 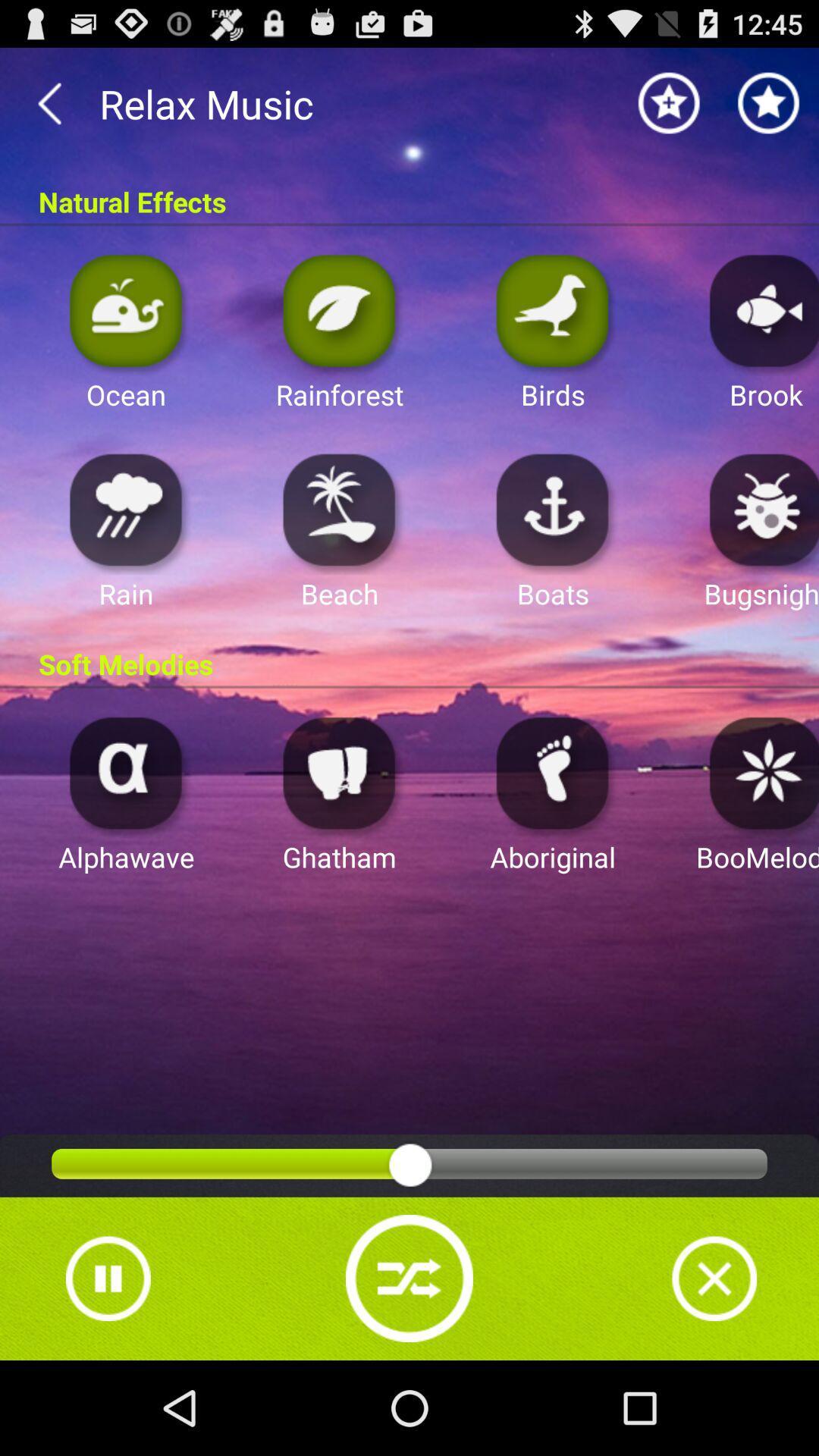 What do you see at coordinates (553, 826) in the screenshot?
I see `the facebook icon` at bounding box center [553, 826].